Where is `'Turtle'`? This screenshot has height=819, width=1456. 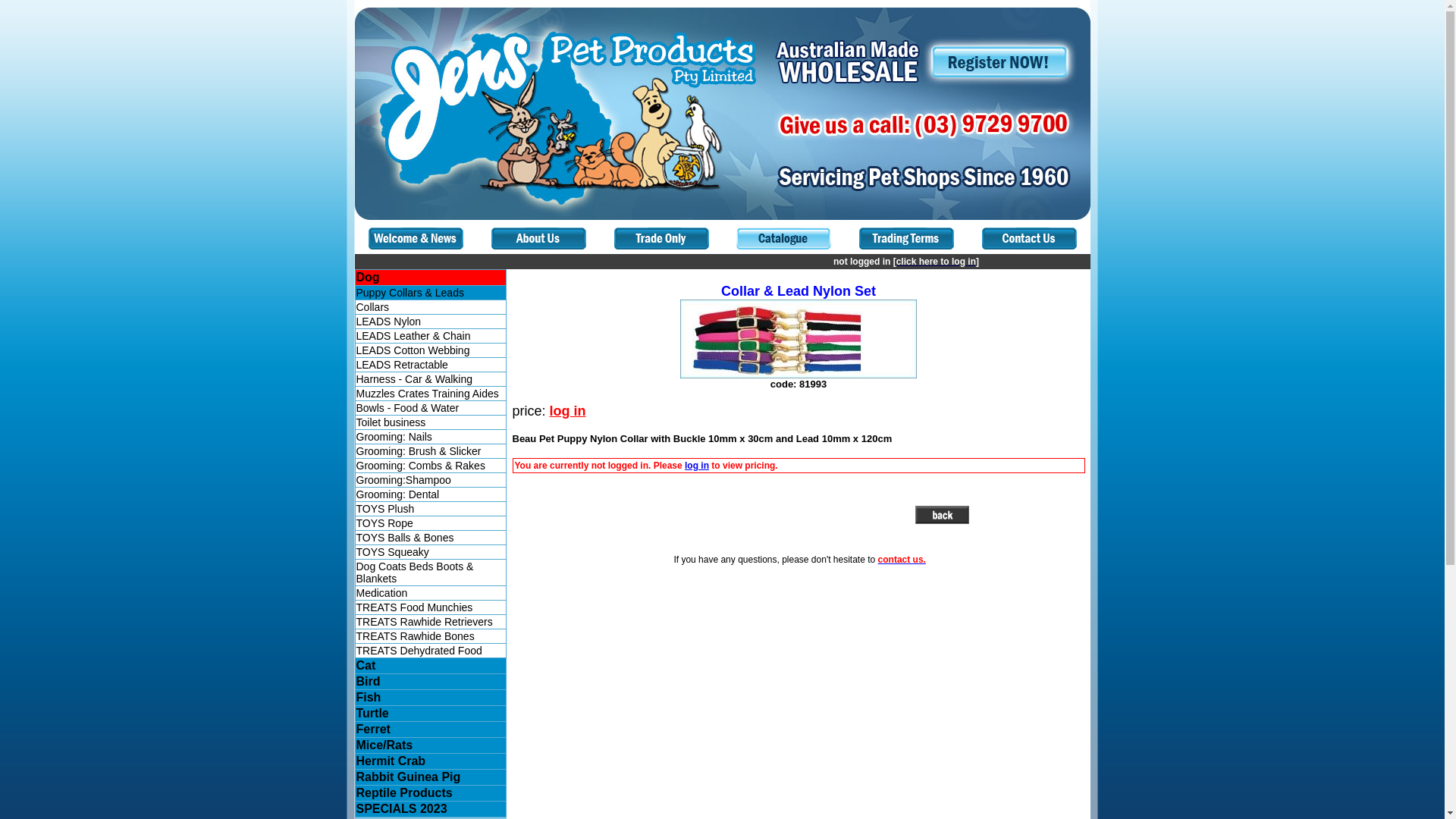
'Turtle' is located at coordinates (372, 713).